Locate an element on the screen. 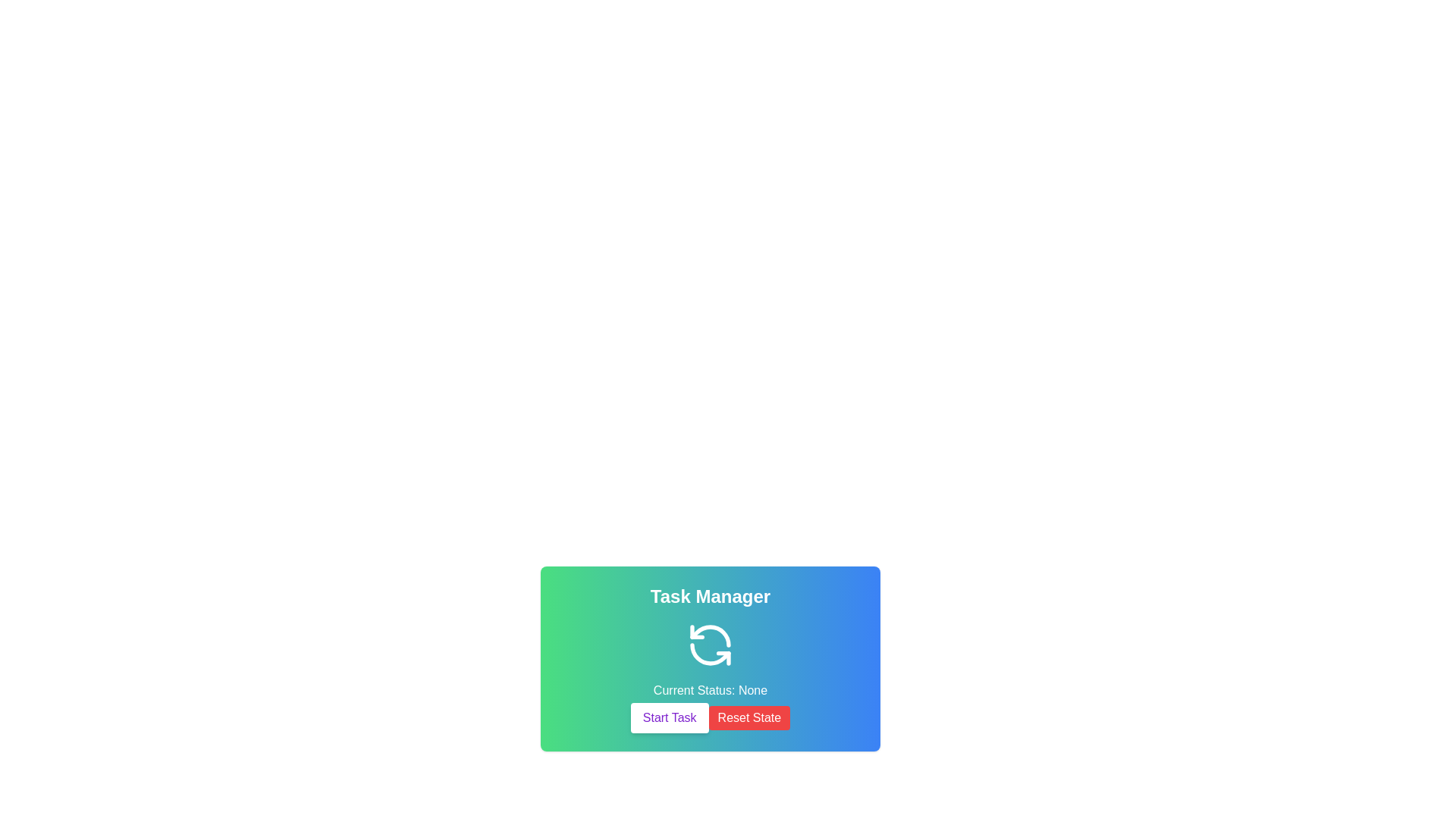 The width and height of the screenshot is (1456, 819). the reset button located to the right of the 'Start Task' button in the 'Task Manager' panel to observe a color change is located at coordinates (749, 717).